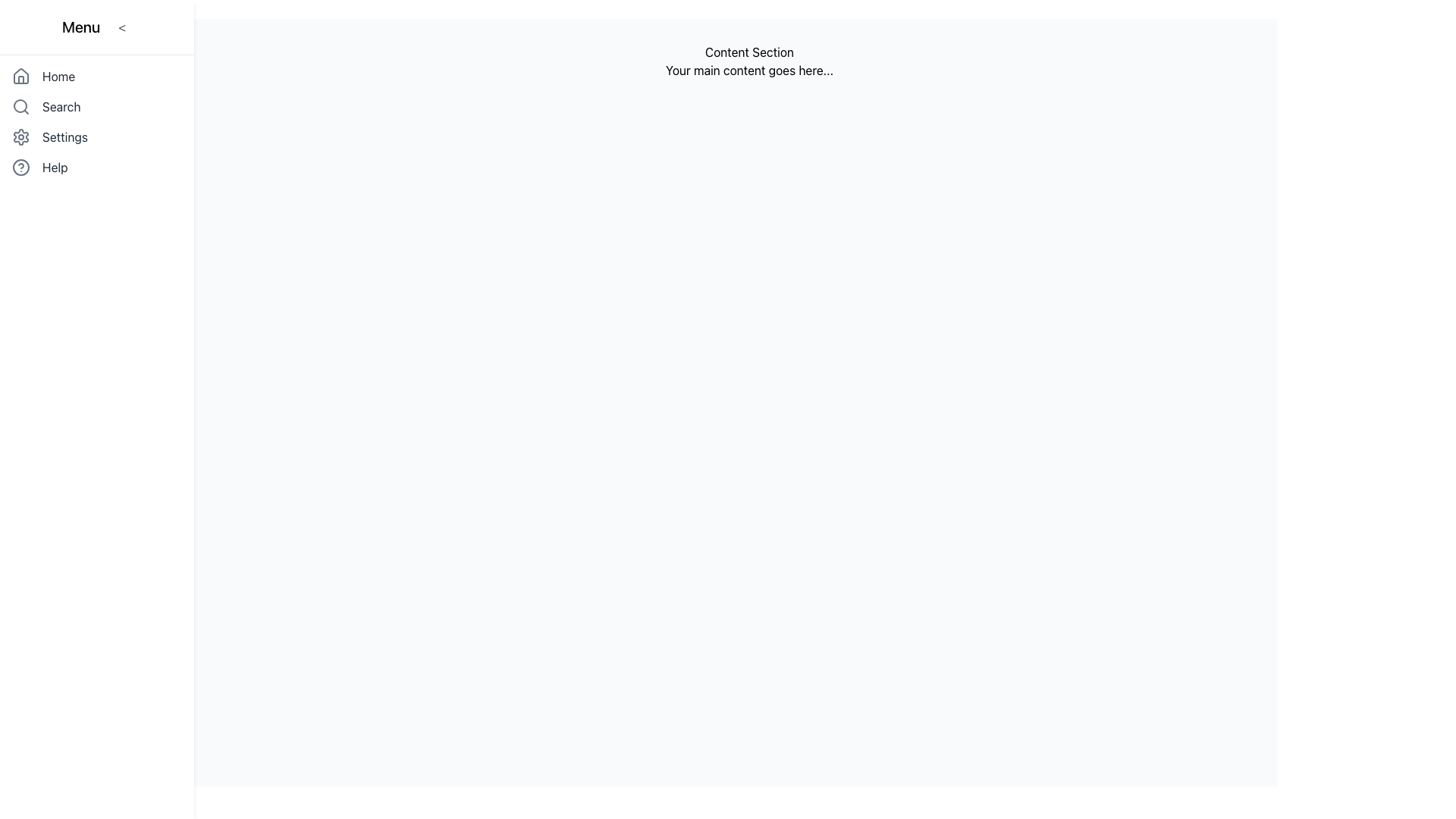  I want to click on the gear icon in the sidebar menu, which represents settings functionality and is styled with a gray color, so click(21, 137).